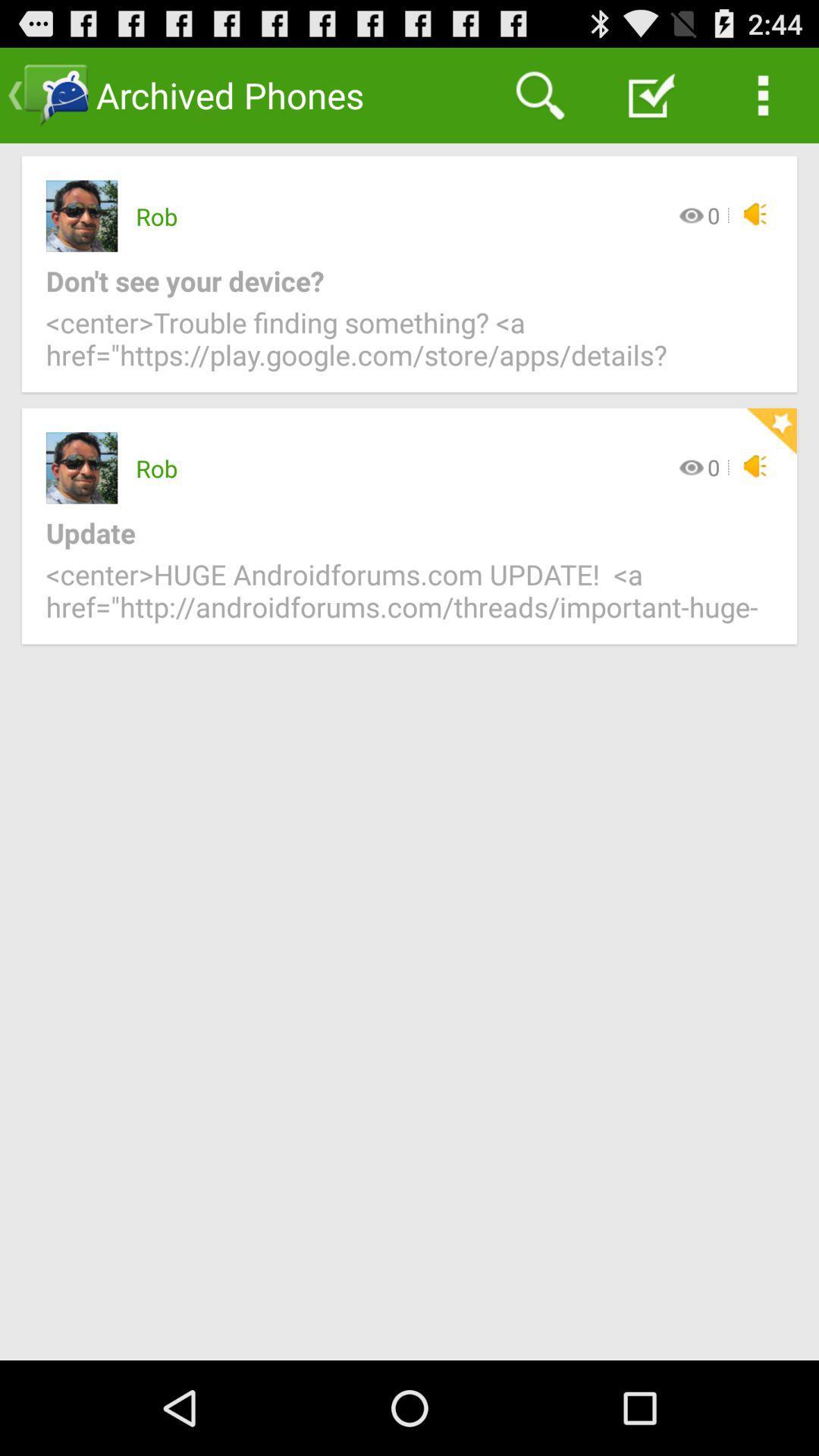  What do you see at coordinates (771, 430) in the screenshot?
I see `the icon above update icon` at bounding box center [771, 430].